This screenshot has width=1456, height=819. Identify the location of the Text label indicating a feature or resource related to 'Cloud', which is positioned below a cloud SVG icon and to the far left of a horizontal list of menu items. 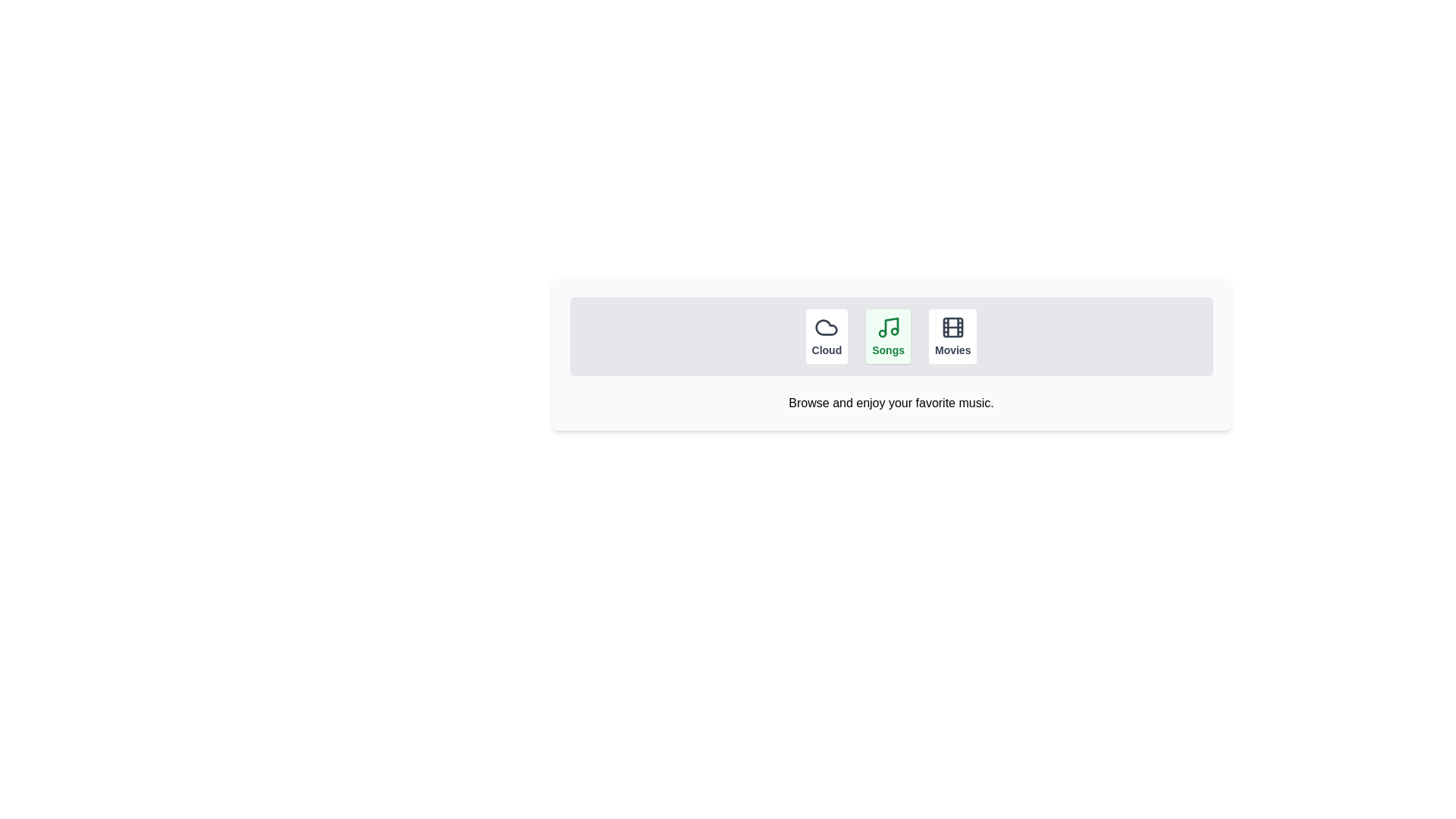
(826, 350).